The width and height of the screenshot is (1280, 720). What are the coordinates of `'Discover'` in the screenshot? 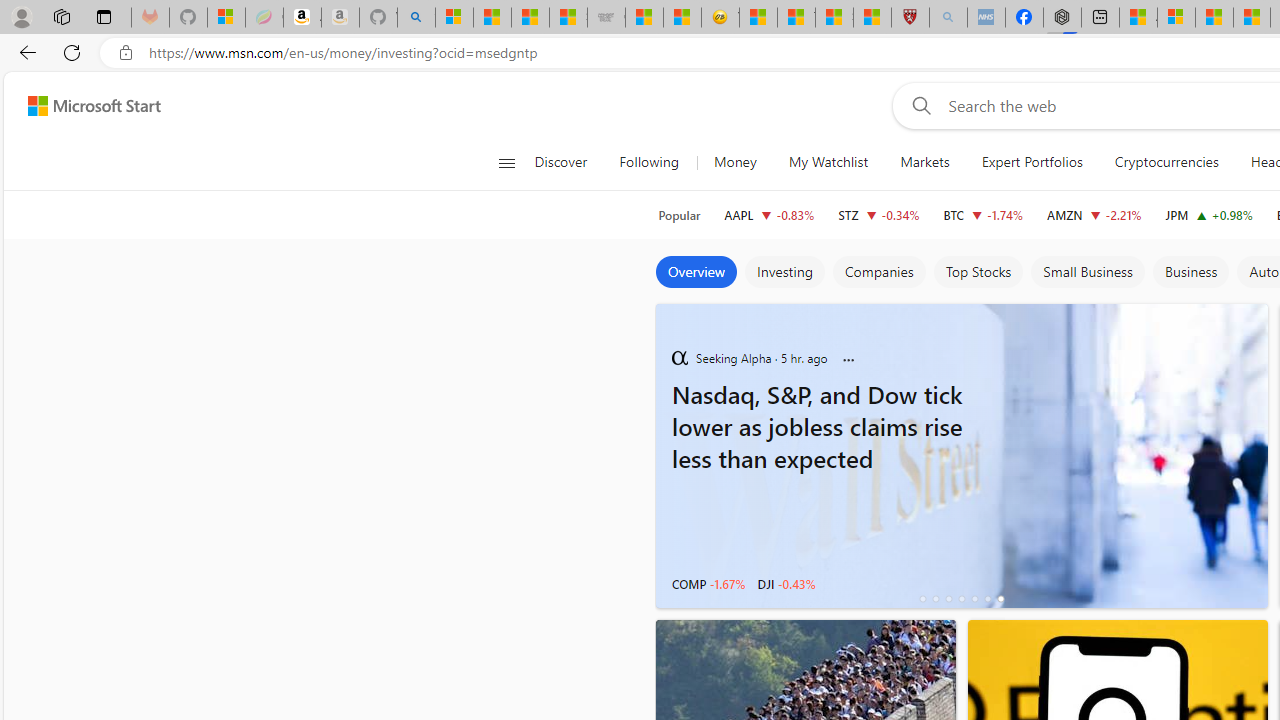 It's located at (560, 162).